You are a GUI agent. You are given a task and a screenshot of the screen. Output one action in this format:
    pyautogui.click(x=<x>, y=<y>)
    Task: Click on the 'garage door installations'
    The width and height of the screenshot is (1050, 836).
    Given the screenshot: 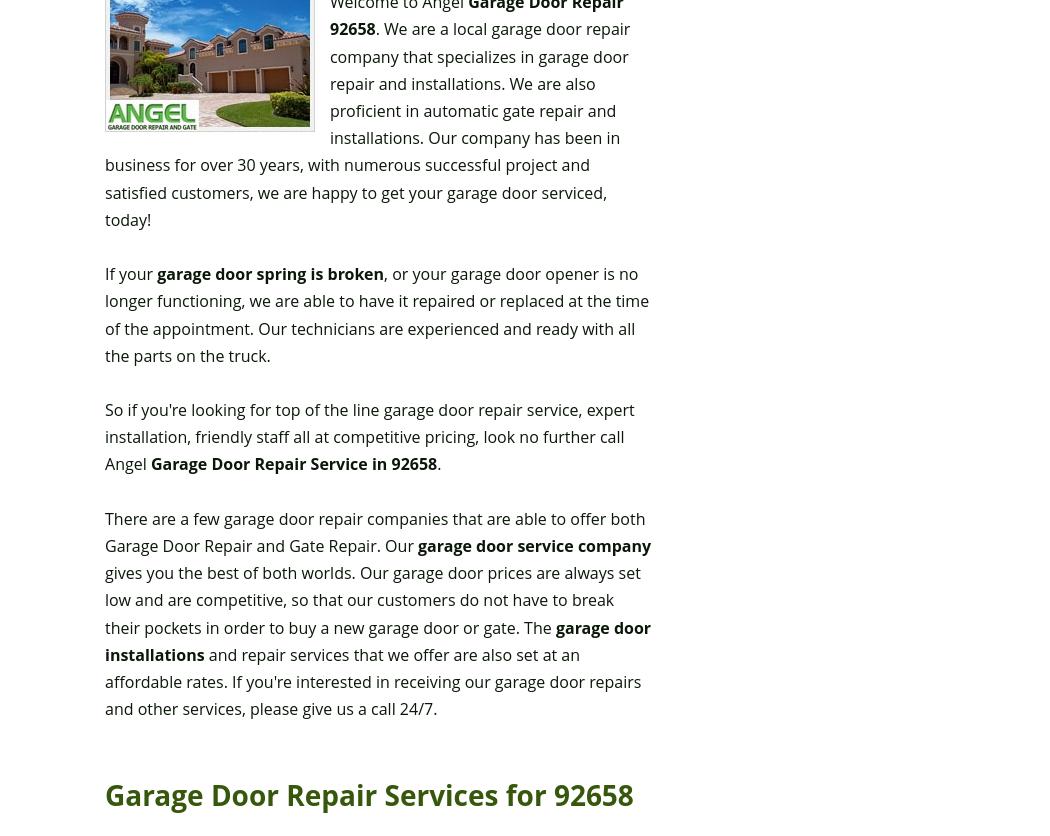 What is the action you would take?
    pyautogui.click(x=105, y=640)
    